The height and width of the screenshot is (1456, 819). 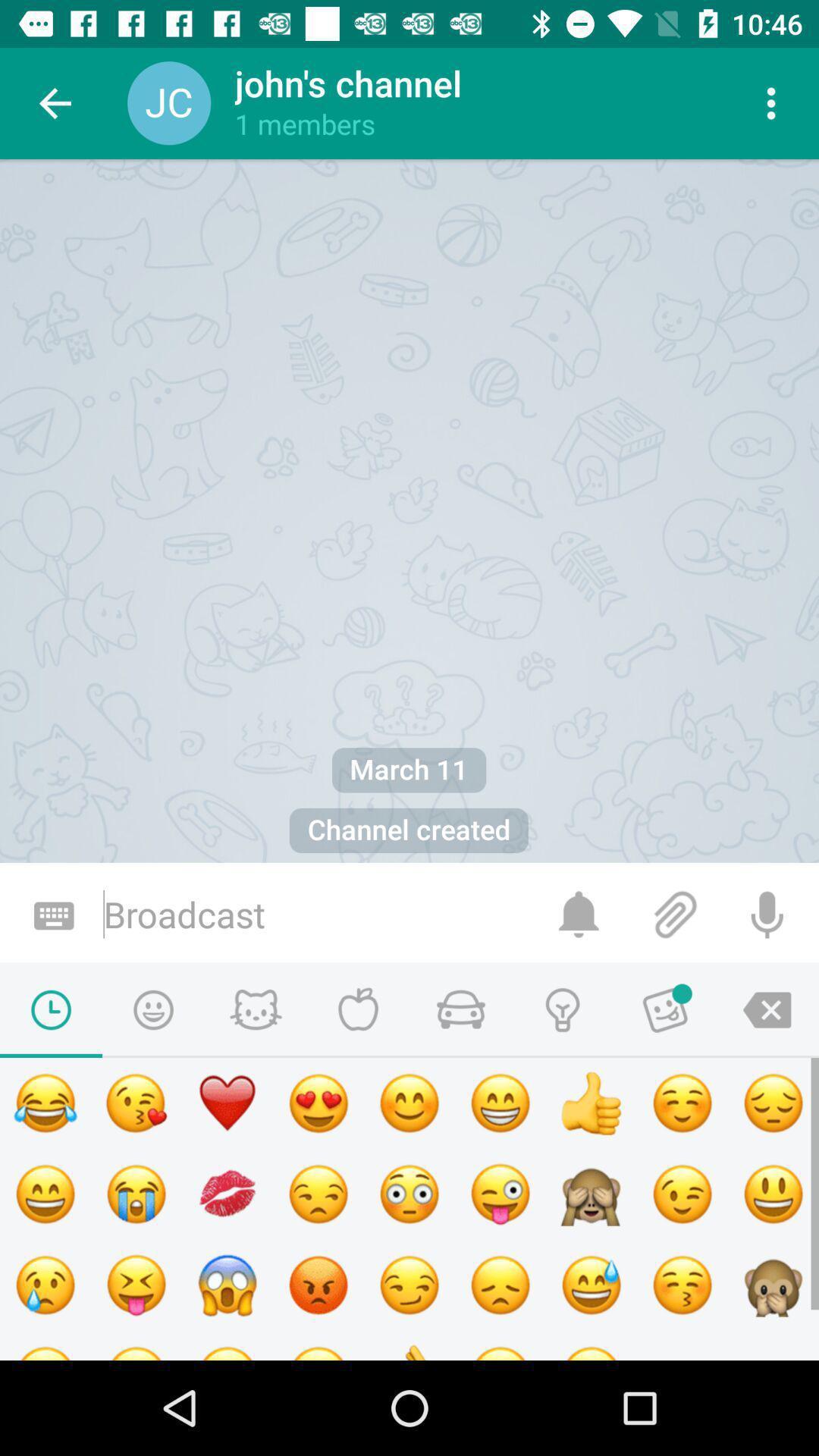 I want to click on the emoji icon, so click(x=681, y=1284).